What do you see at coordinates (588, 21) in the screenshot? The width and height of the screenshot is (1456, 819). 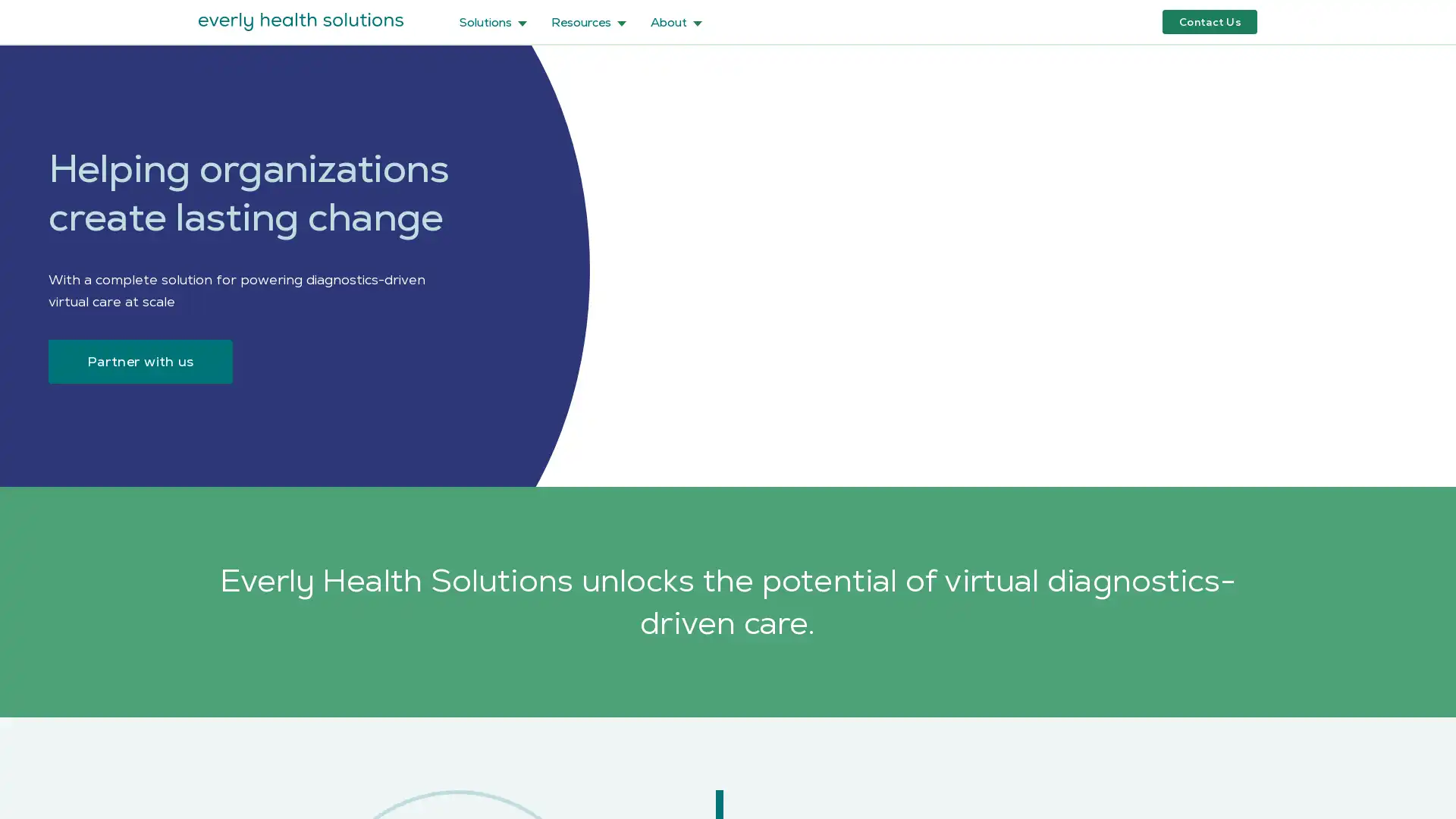 I see `Resources Caret icon for dropdown menu` at bounding box center [588, 21].